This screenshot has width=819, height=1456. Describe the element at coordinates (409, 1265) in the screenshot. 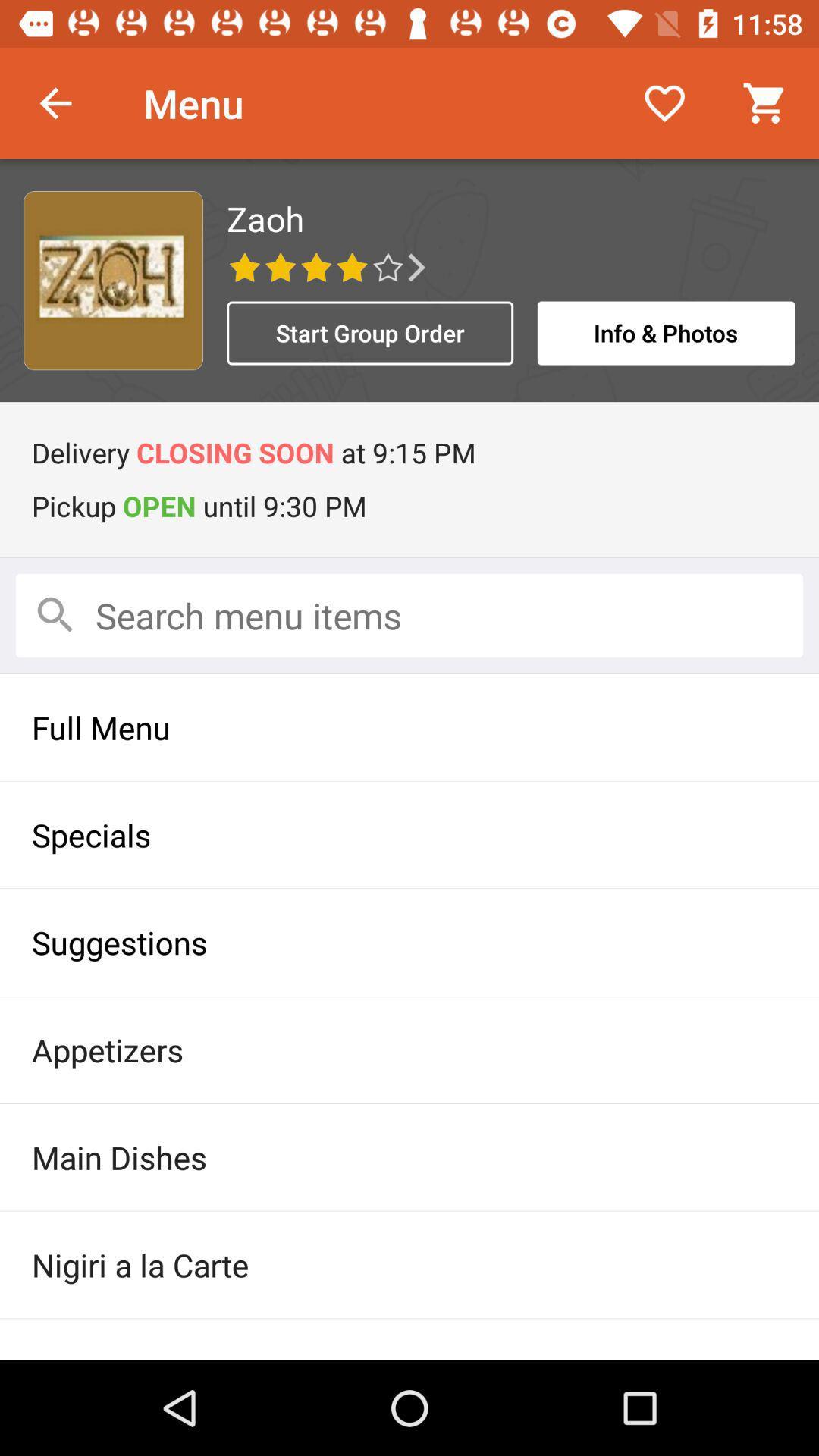

I see `the icon below main dishes` at that location.